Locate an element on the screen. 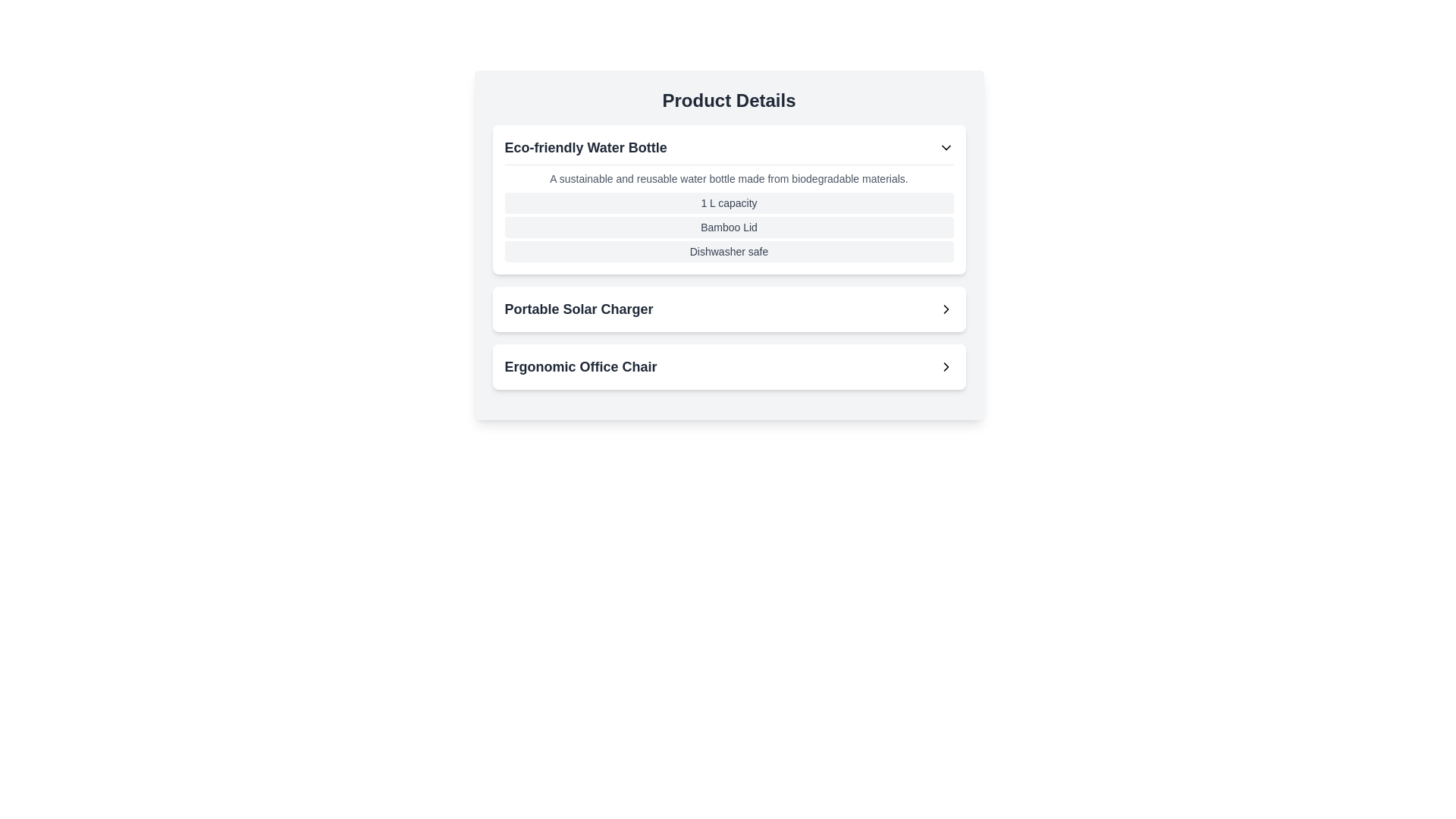  the chevron icon pointing to the right, located on the far right side of the row labeled 'Ergonomic Office Chair' is located at coordinates (945, 366).